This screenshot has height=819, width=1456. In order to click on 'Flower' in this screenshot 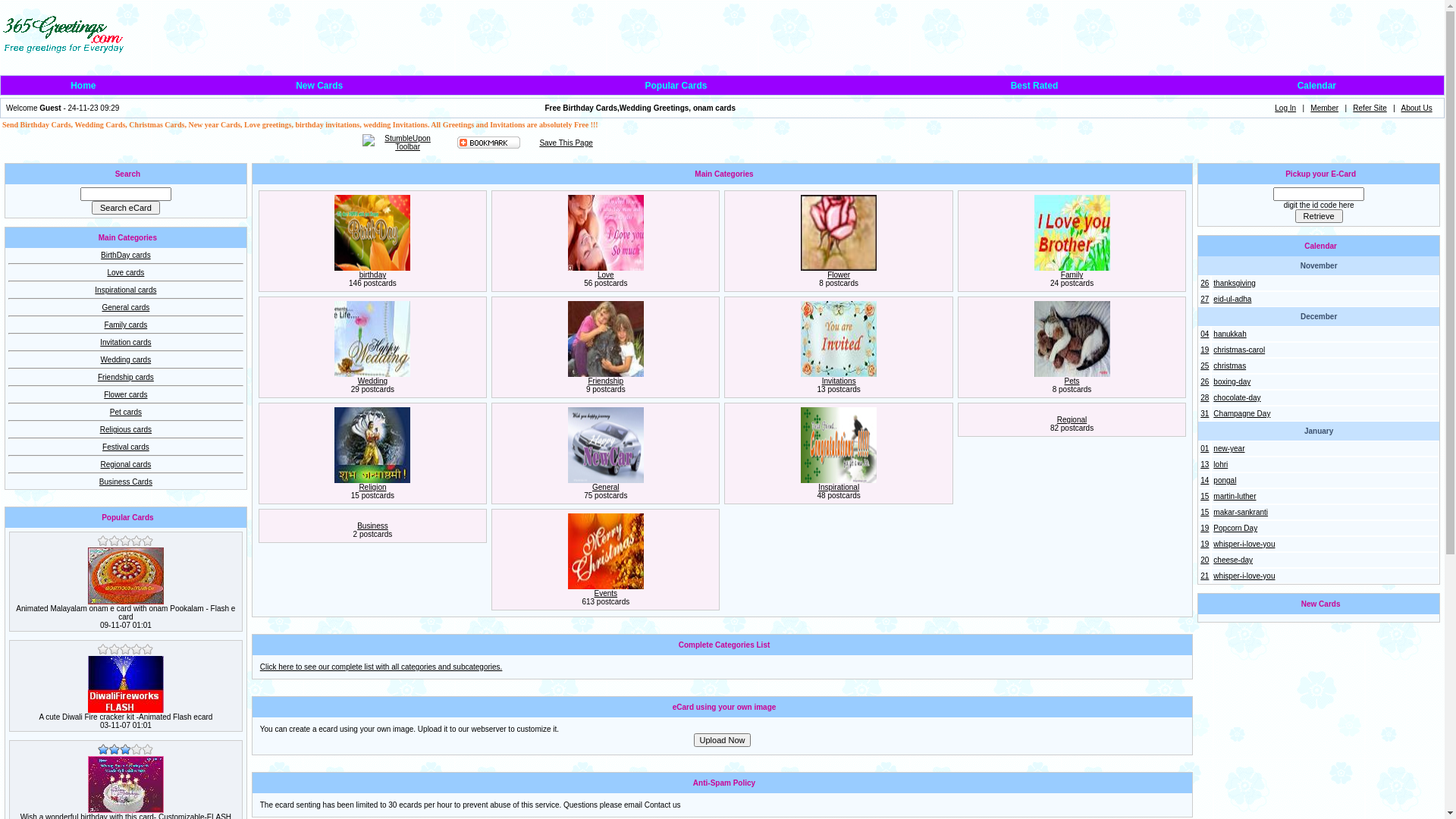, I will do `click(826, 275)`.